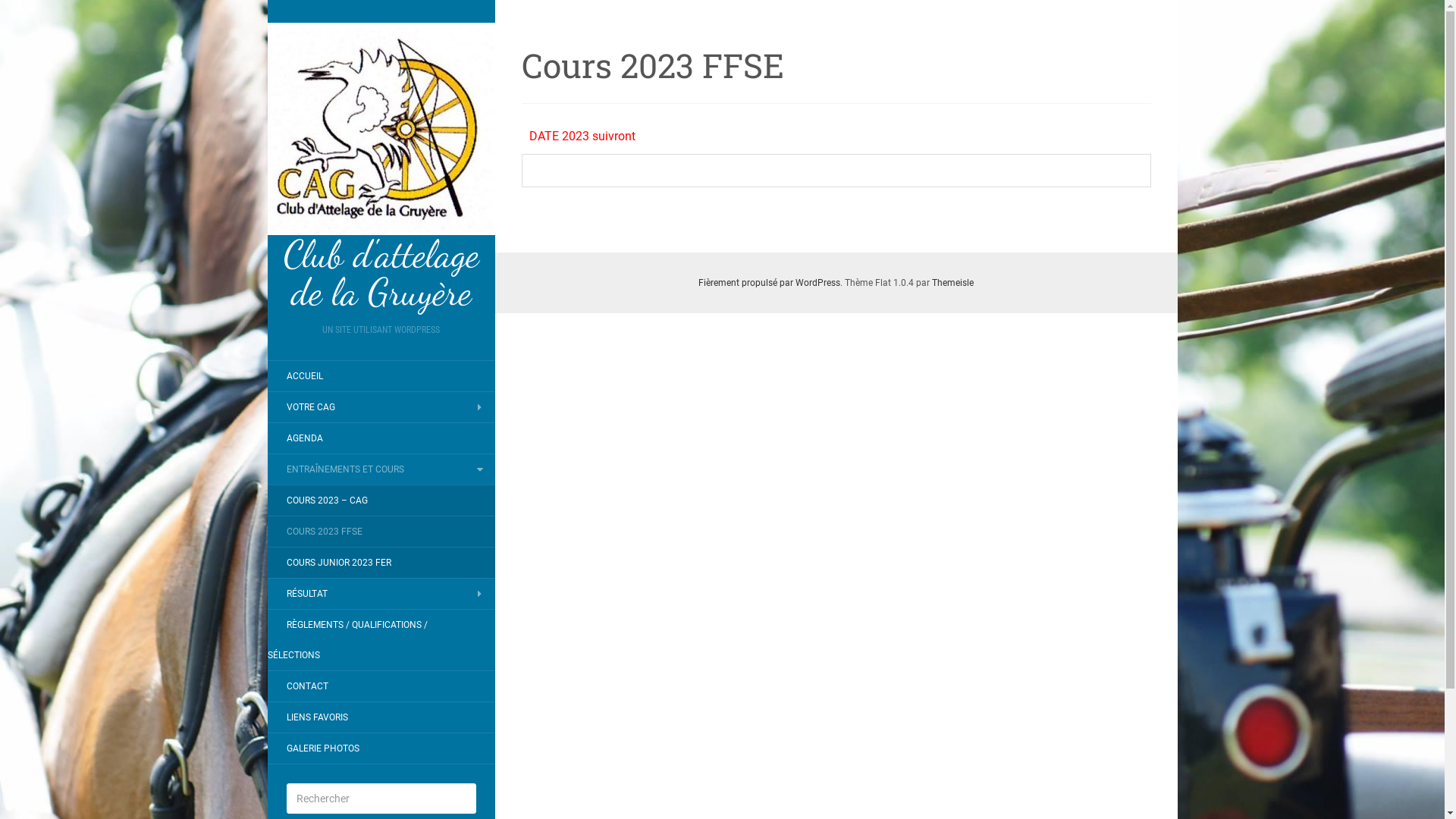 This screenshot has height=819, width=1456. Describe the element at coordinates (266, 438) in the screenshot. I see `'AGENDA'` at that location.